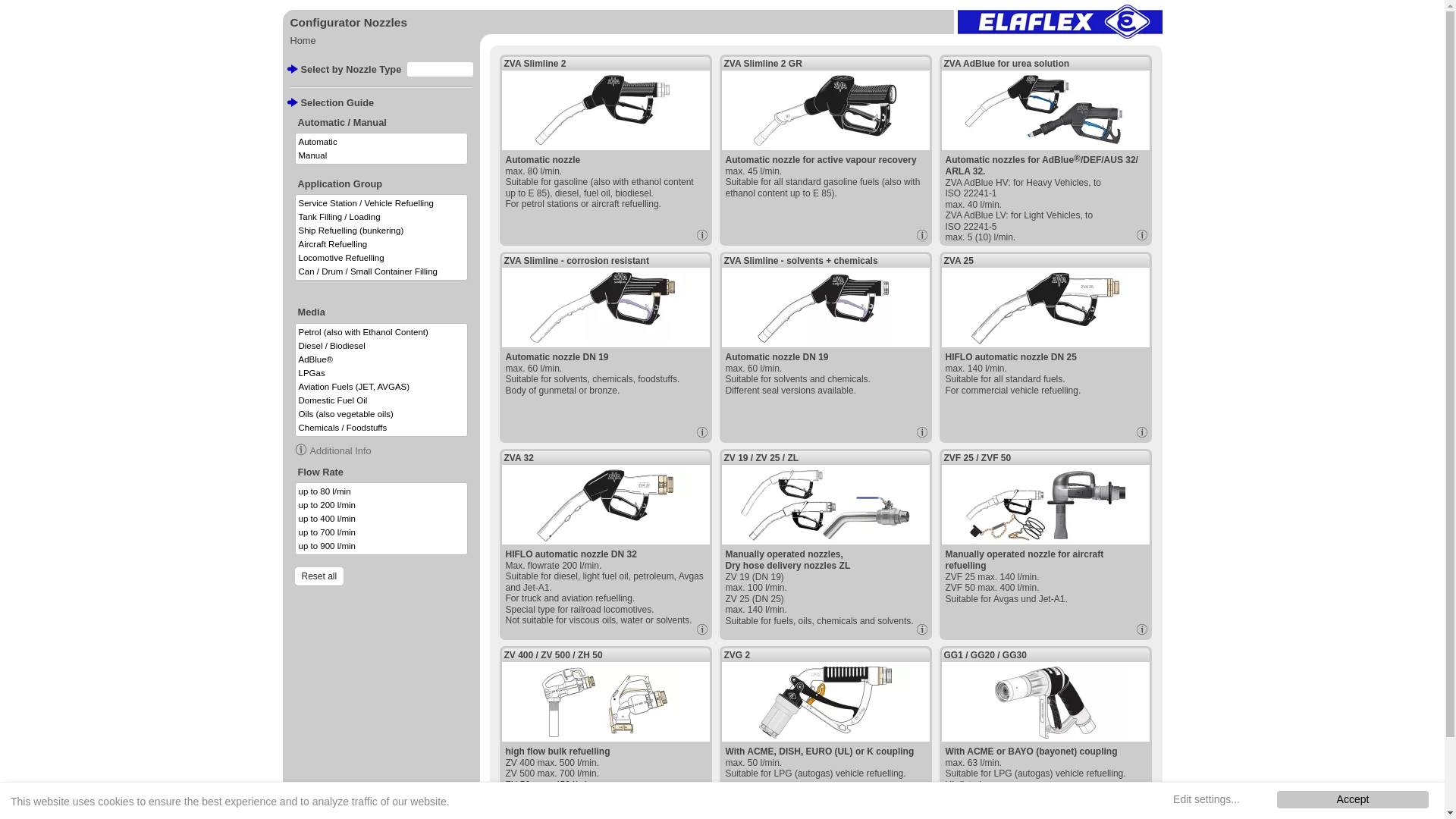  What do you see at coordinates (381, 385) in the screenshot?
I see `'Aviation Fuels (JET, AVGAS)'` at bounding box center [381, 385].